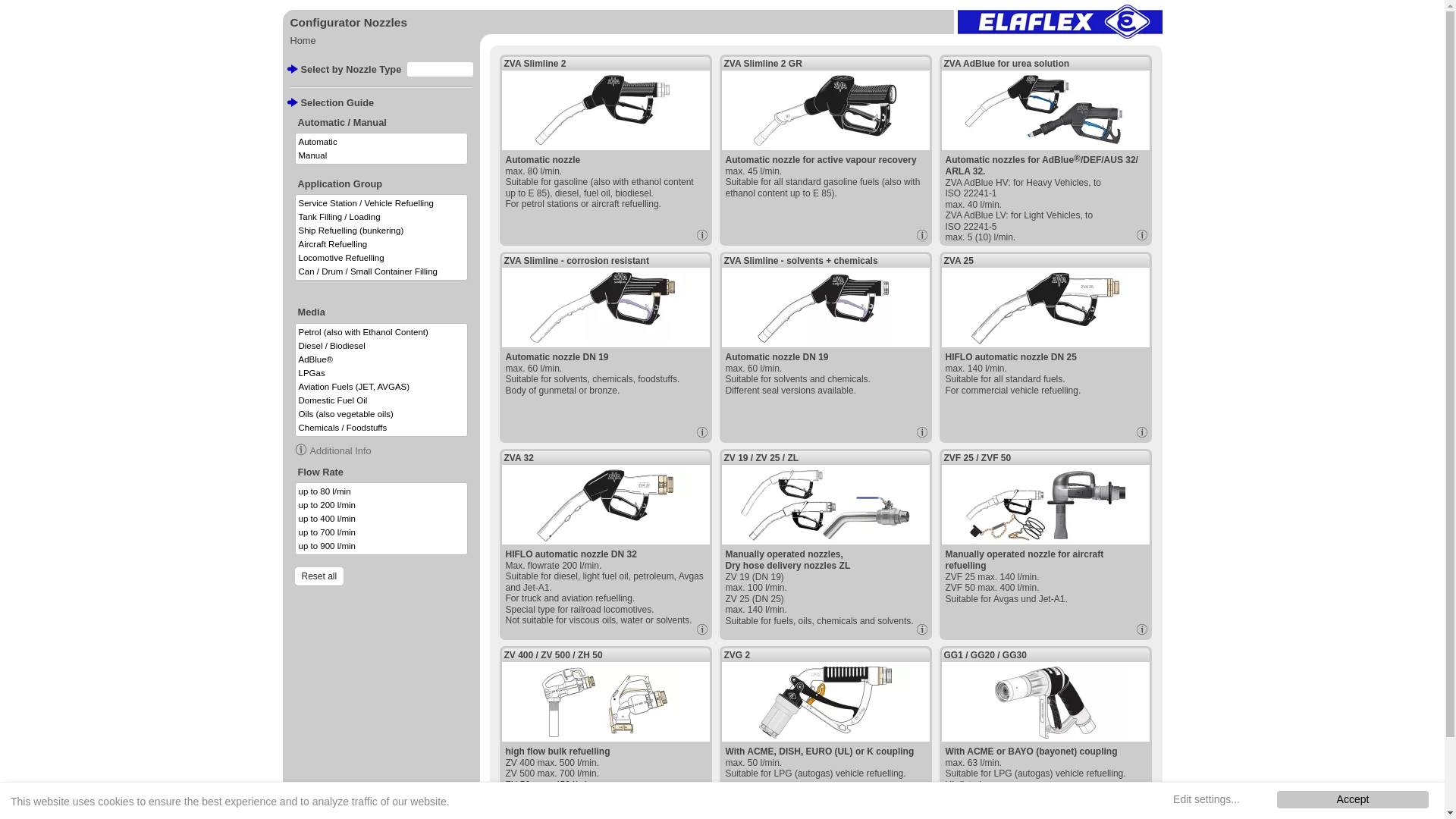  What do you see at coordinates (381, 385) in the screenshot?
I see `'Aviation Fuels (JET, AVGAS)'` at bounding box center [381, 385].